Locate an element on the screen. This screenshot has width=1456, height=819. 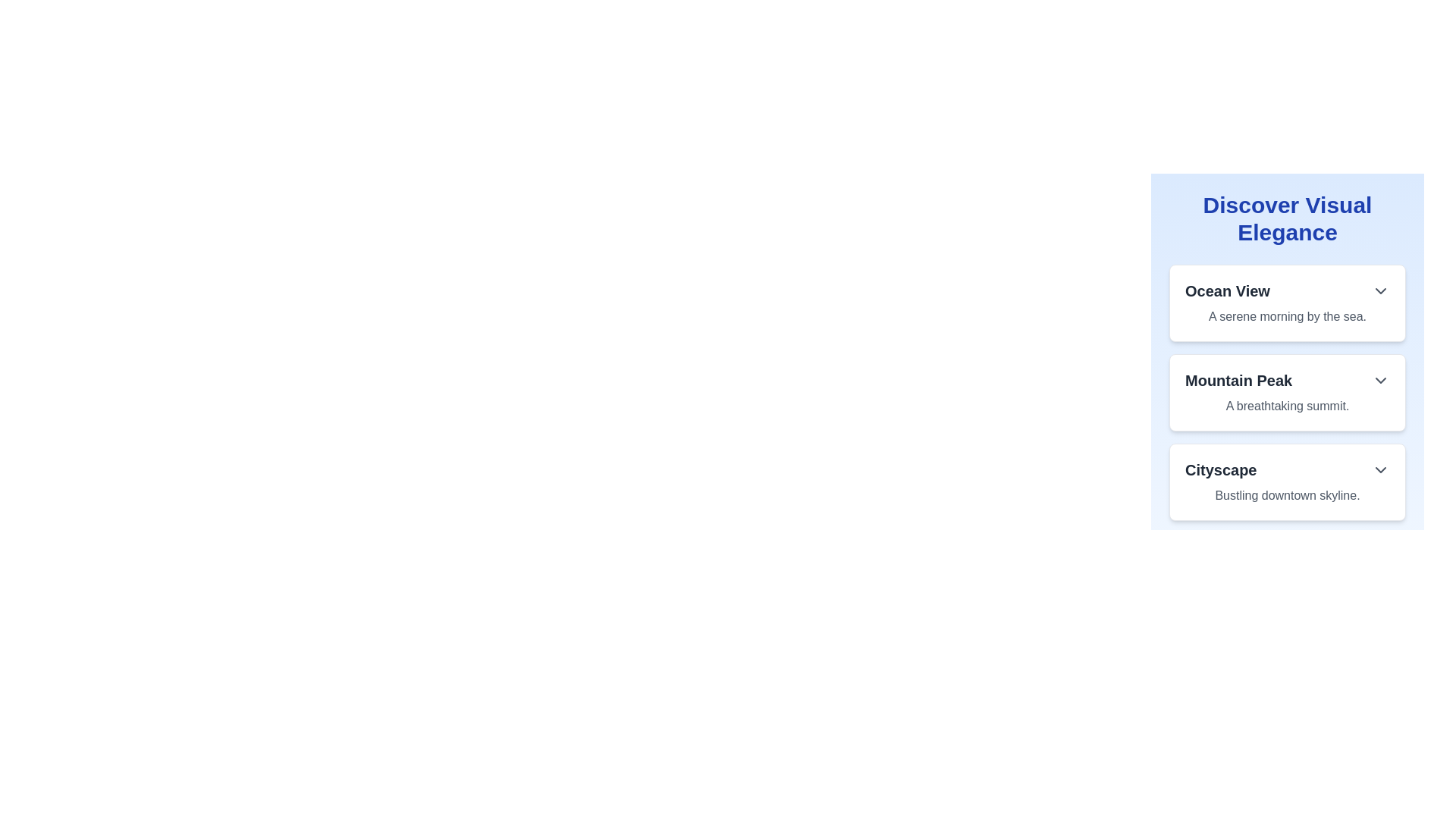
any subsection within the Section with selectable cards or categories located on the right side of the interface, below the header 'Discover Visual Elegance' is located at coordinates (1287, 342).